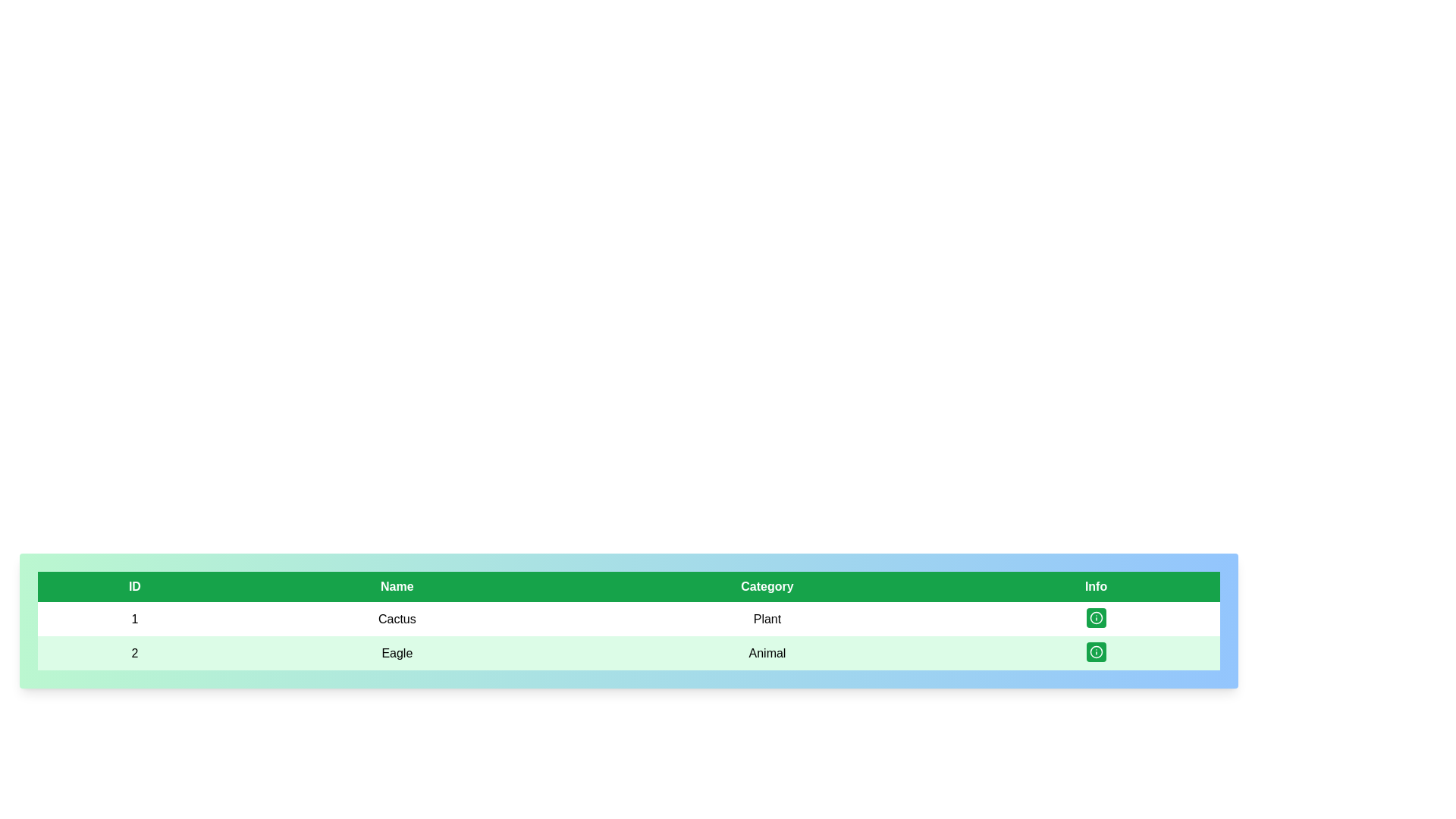 The width and height of the screenshot is (1456, 819). What do you see at coordinates (1096, 617) in the screenshot?
I see `the SVG circle element representing the 'Info' icon located in the second row under the 'Info' column` at bounding box center [1096, 617].